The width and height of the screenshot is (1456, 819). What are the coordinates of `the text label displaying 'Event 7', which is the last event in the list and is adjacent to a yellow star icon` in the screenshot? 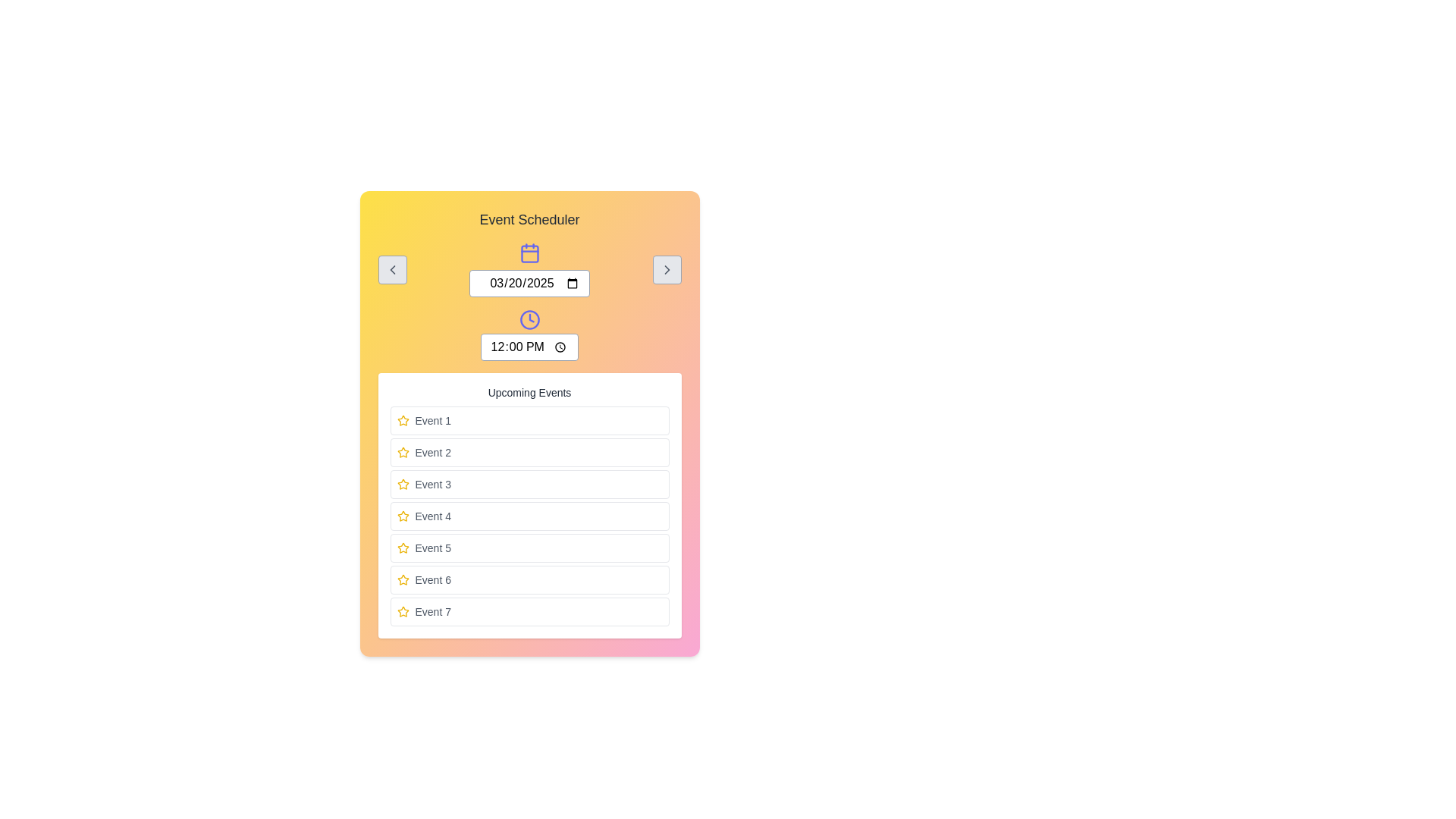 It's located at (432, 610).